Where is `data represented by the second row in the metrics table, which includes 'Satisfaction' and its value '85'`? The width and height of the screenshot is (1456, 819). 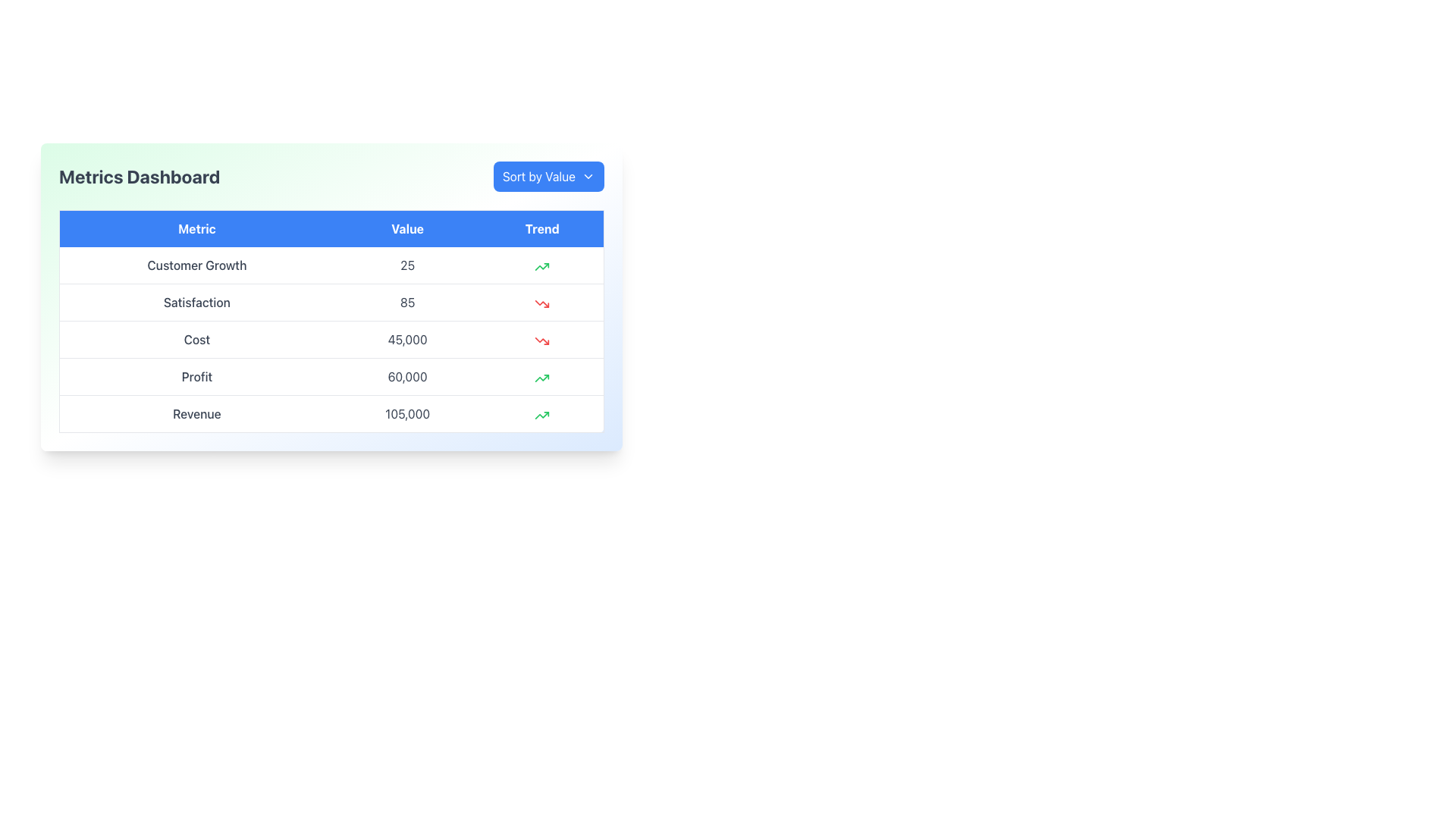 data represented by the second row in the metrics table, which includes 'Satisfaction' and its value '85' is located at coordinates (331, 302).